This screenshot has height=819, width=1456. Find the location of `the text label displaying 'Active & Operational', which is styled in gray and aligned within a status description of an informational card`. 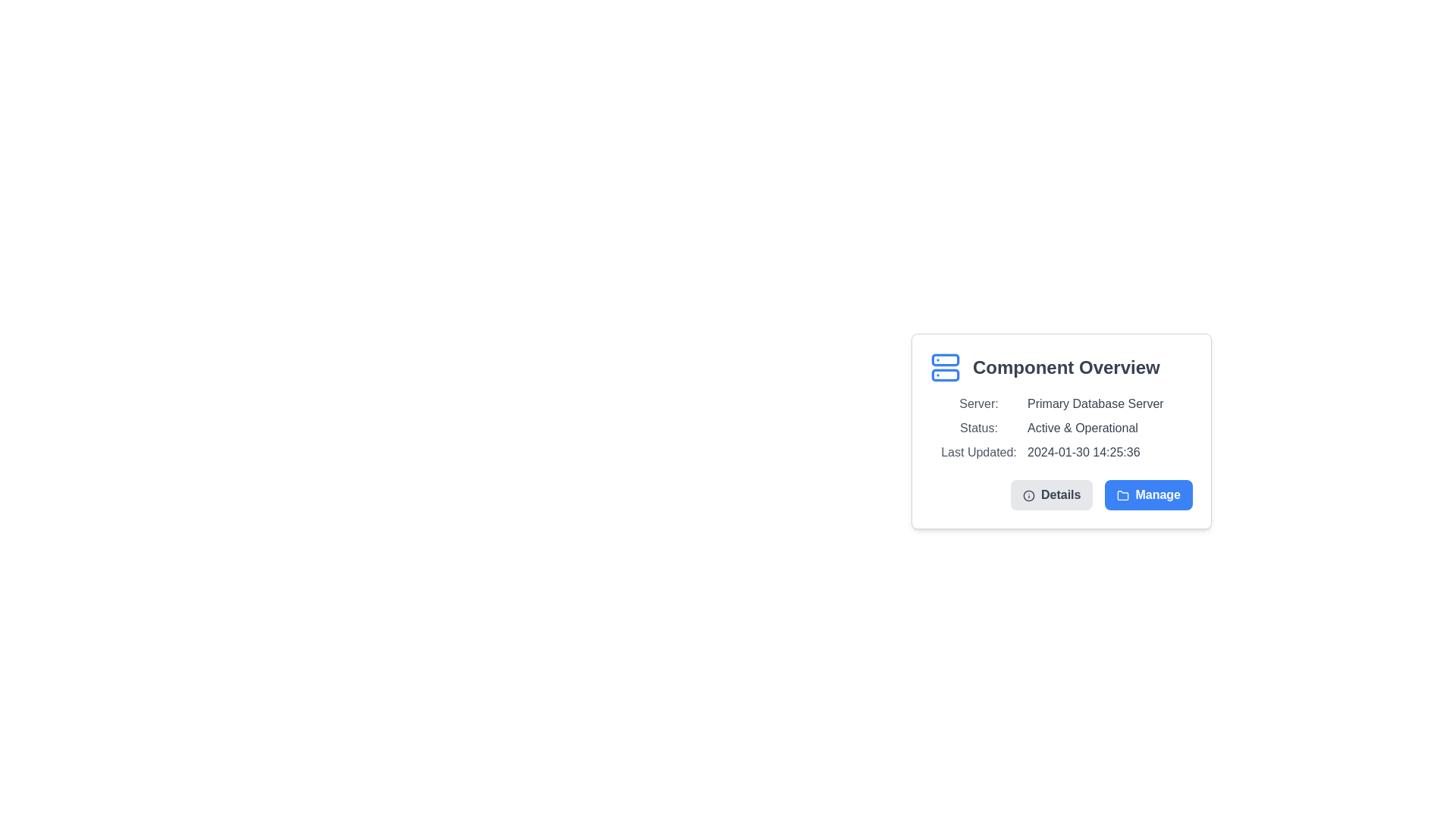

the text label displaying 'Active & Operational', which is styled in gray and aligned within a status description of an informational card is located at coordinates (1081, 428).